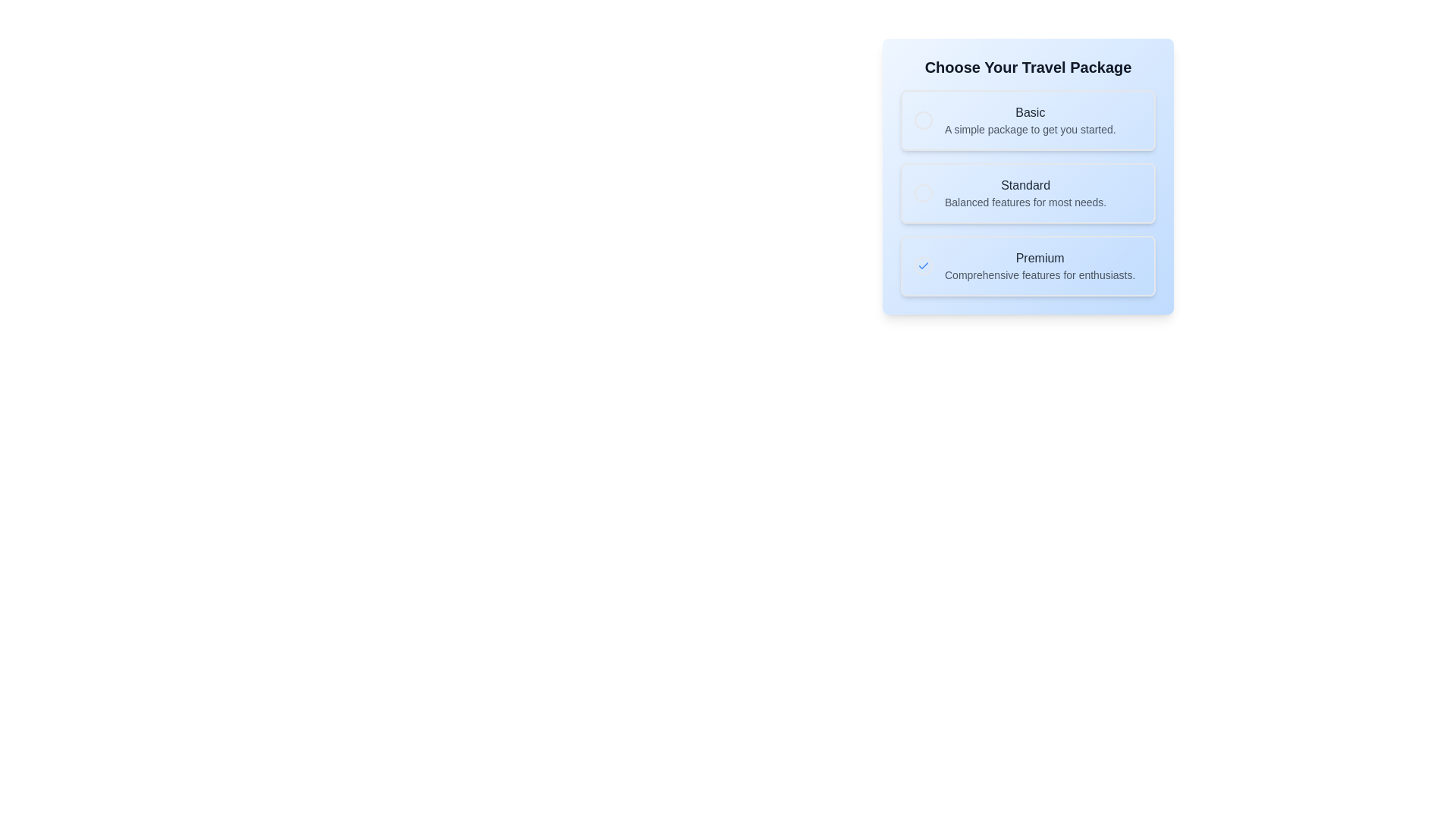 This screenshot has width=1456, height=819. Describe the element at coordinates (923, 265) in the screenshot. I see `the blue checkmark icon within the circular selection indicator of the 'Premium' travel package to interact with the selection process` at that location.